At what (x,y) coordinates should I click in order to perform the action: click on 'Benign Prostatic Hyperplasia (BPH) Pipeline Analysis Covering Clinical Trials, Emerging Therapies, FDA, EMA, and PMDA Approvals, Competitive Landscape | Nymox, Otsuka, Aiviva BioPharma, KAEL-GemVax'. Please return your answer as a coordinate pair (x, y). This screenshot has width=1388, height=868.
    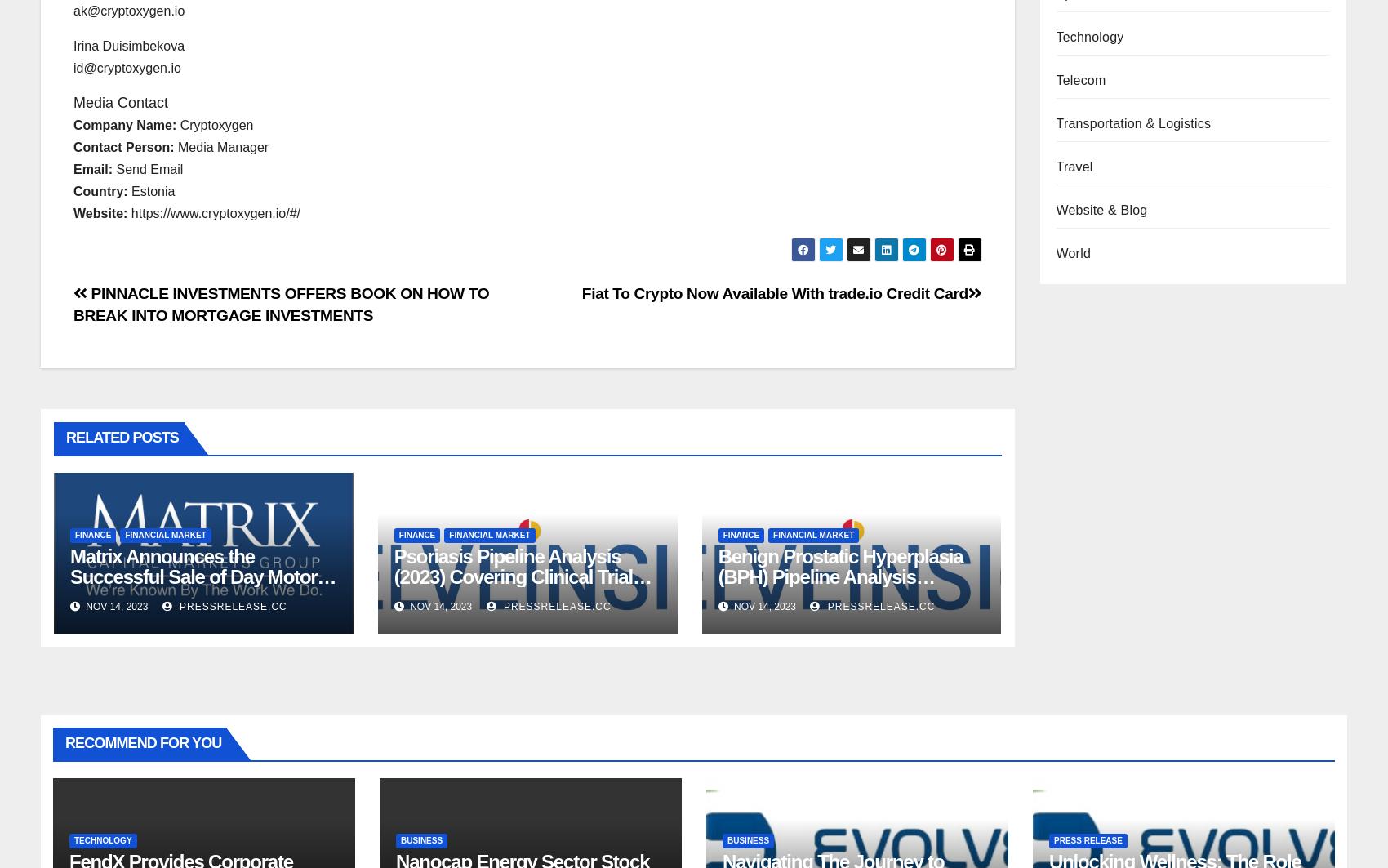
    Looking at the image, I should click on (839, 626).